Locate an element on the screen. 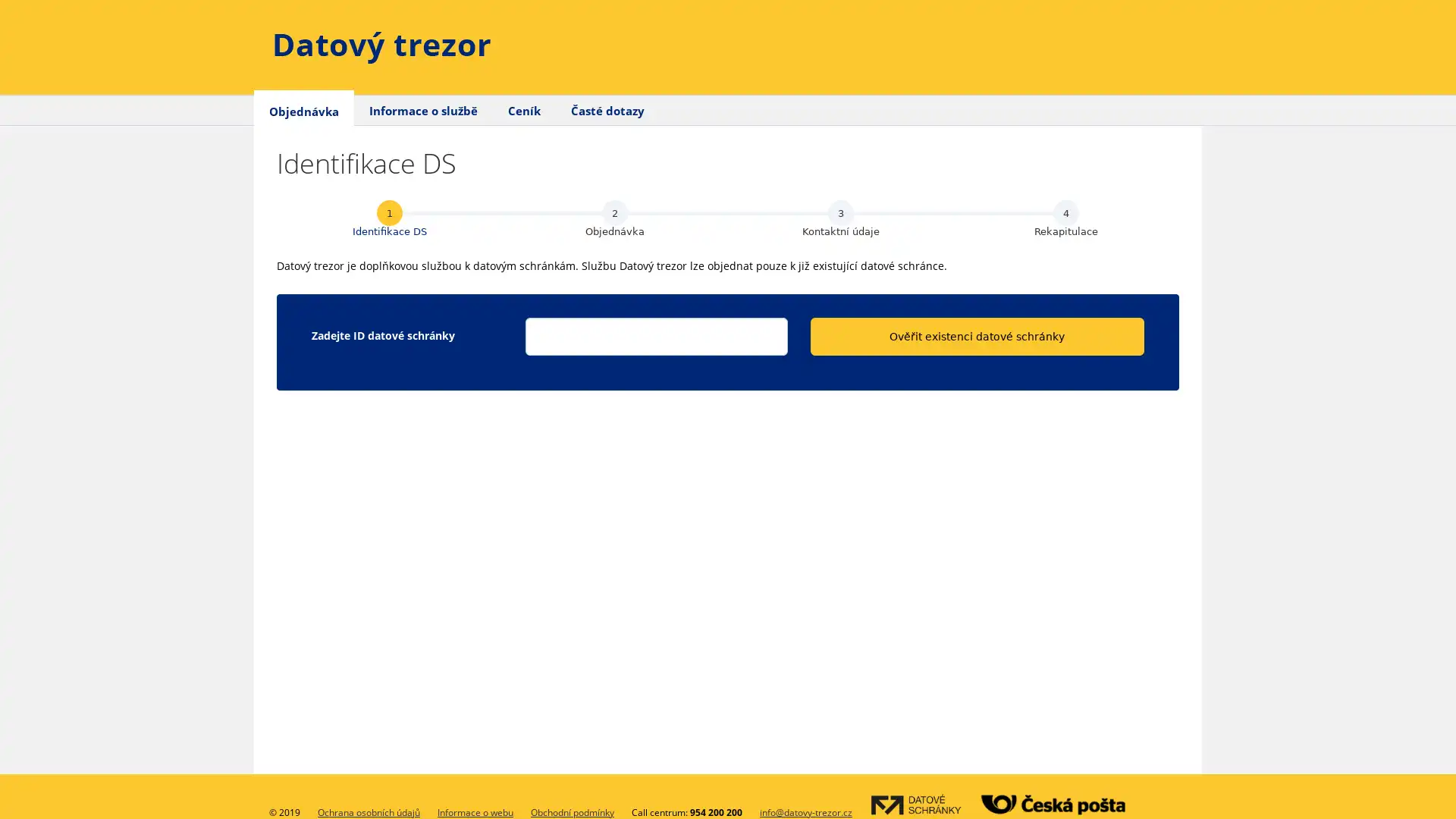  1 Identifikace DS is located at coordinates (389, 218).